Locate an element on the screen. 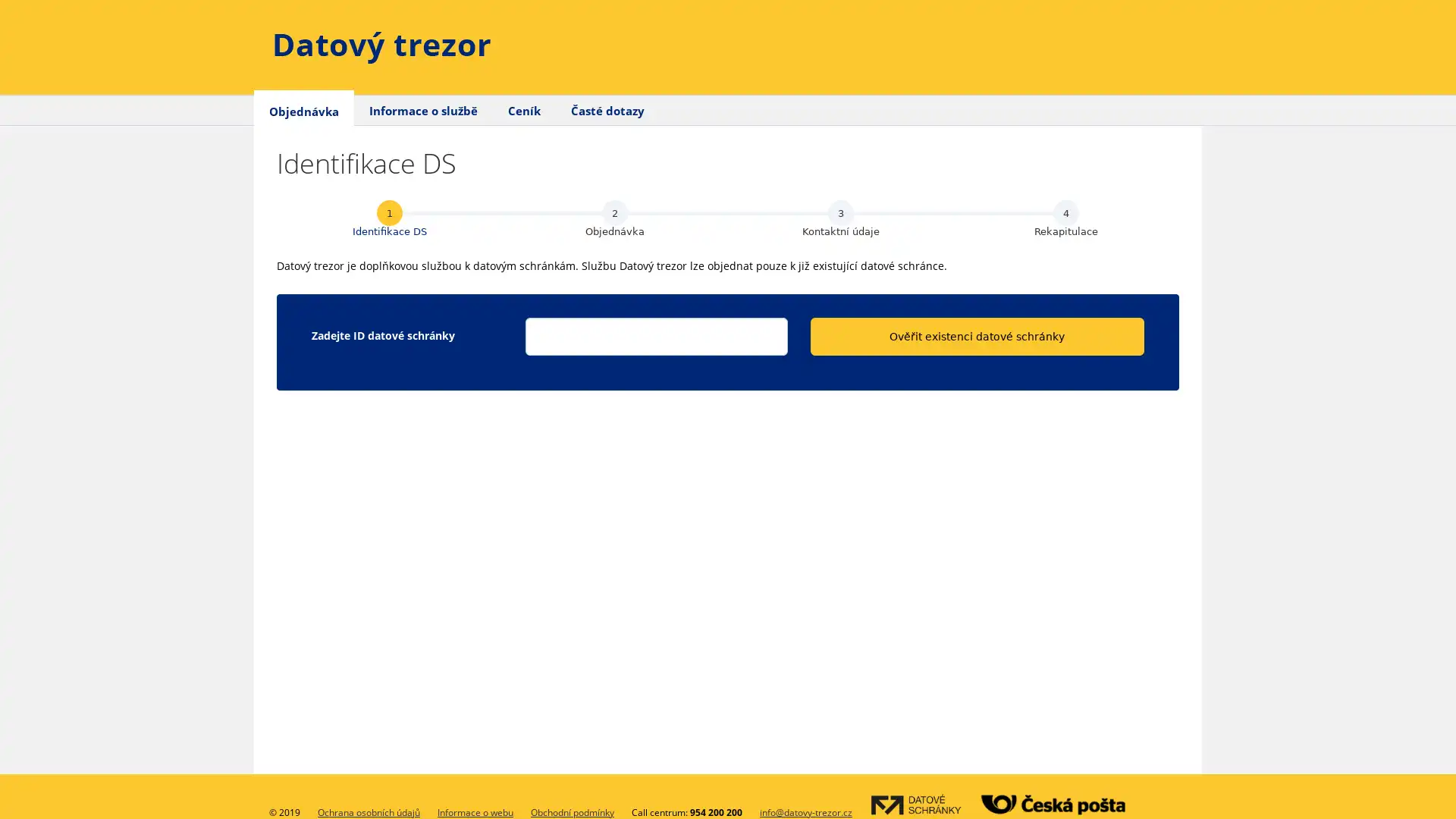  1 Identifikace DS is located at coordinates (389, 218).